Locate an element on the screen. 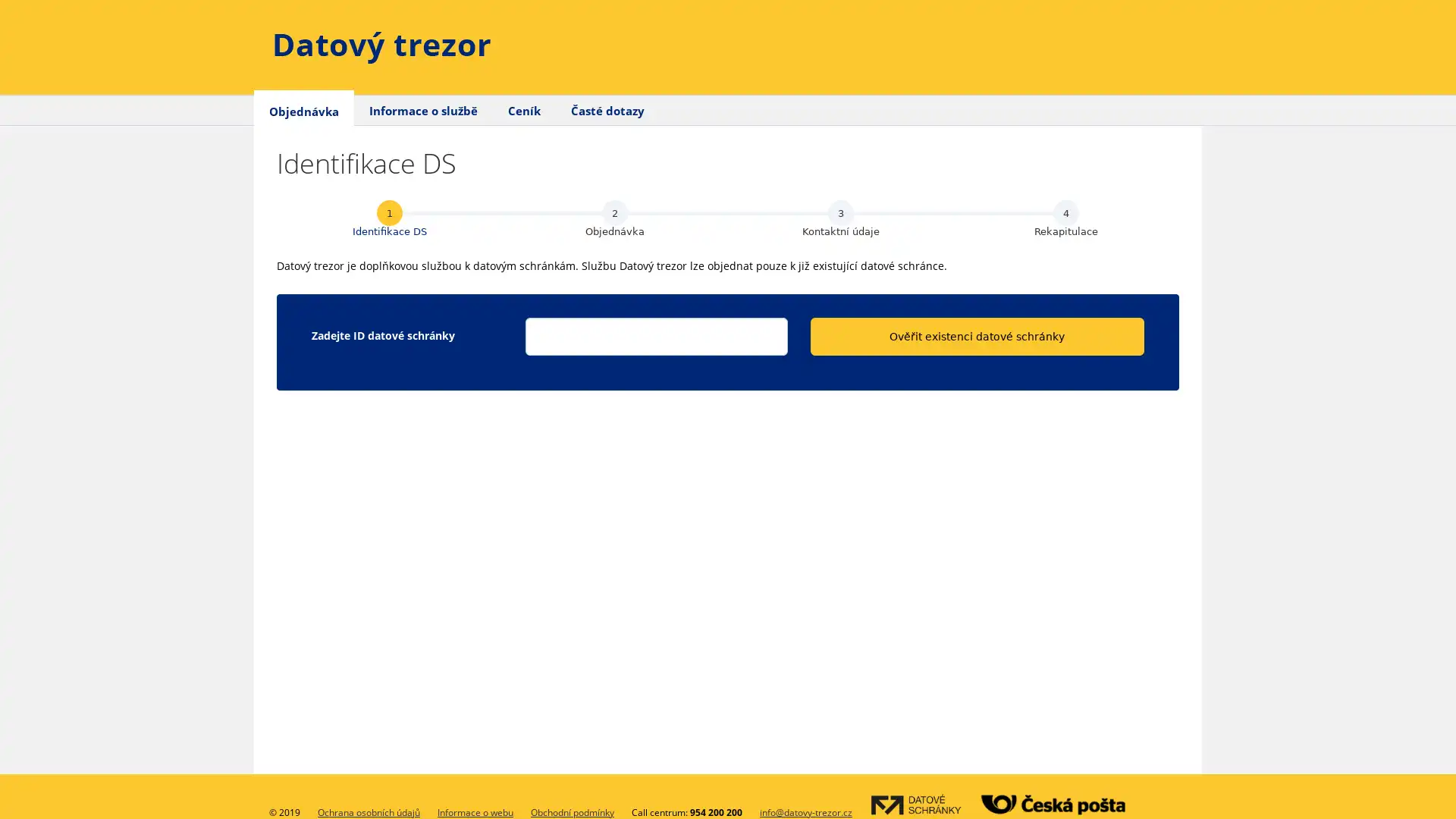  1 Identifikace DS is located at coordinates (389, 218).